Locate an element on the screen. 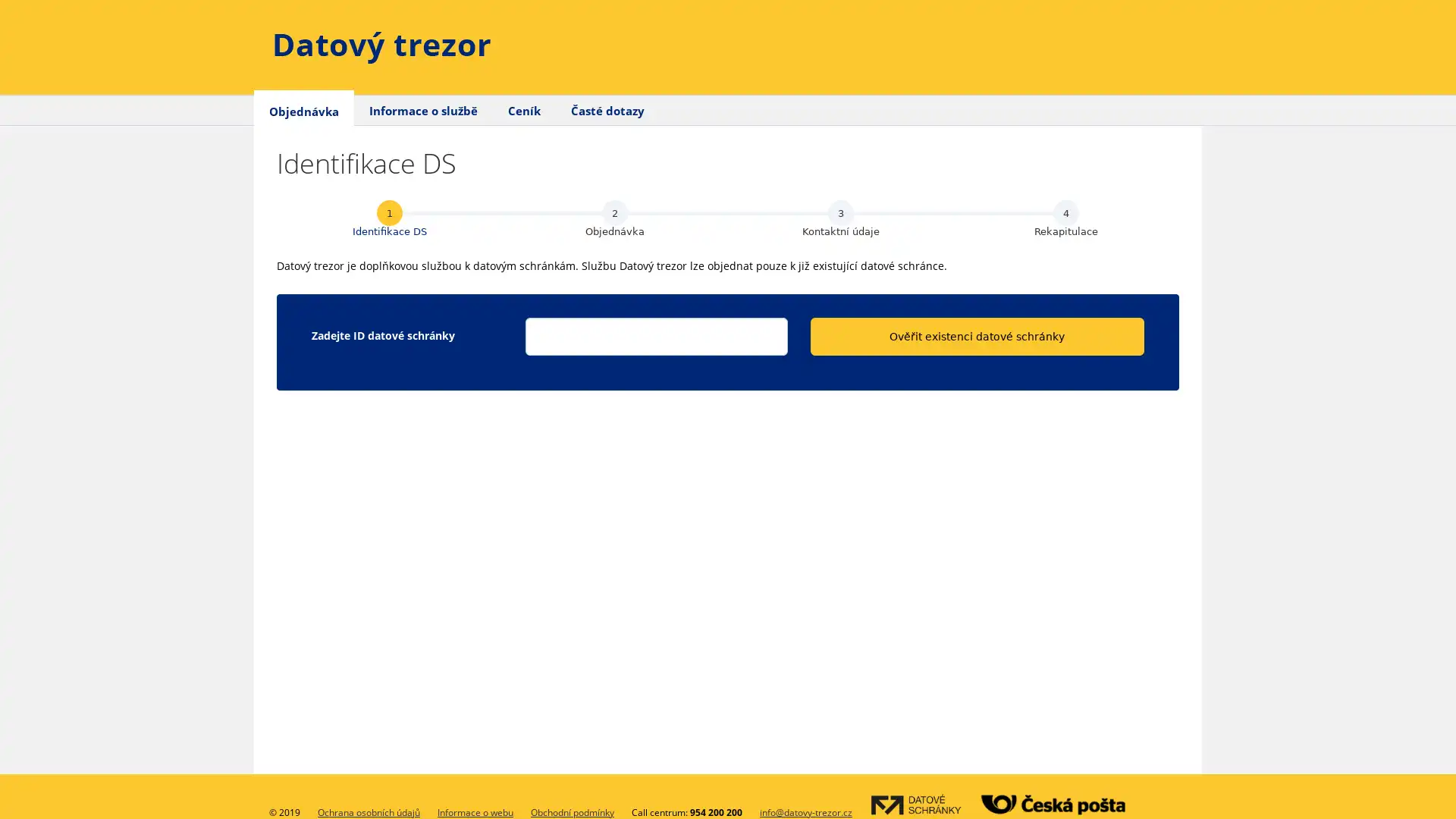  1 Identifikace DS is located at coordinates (389, 218).